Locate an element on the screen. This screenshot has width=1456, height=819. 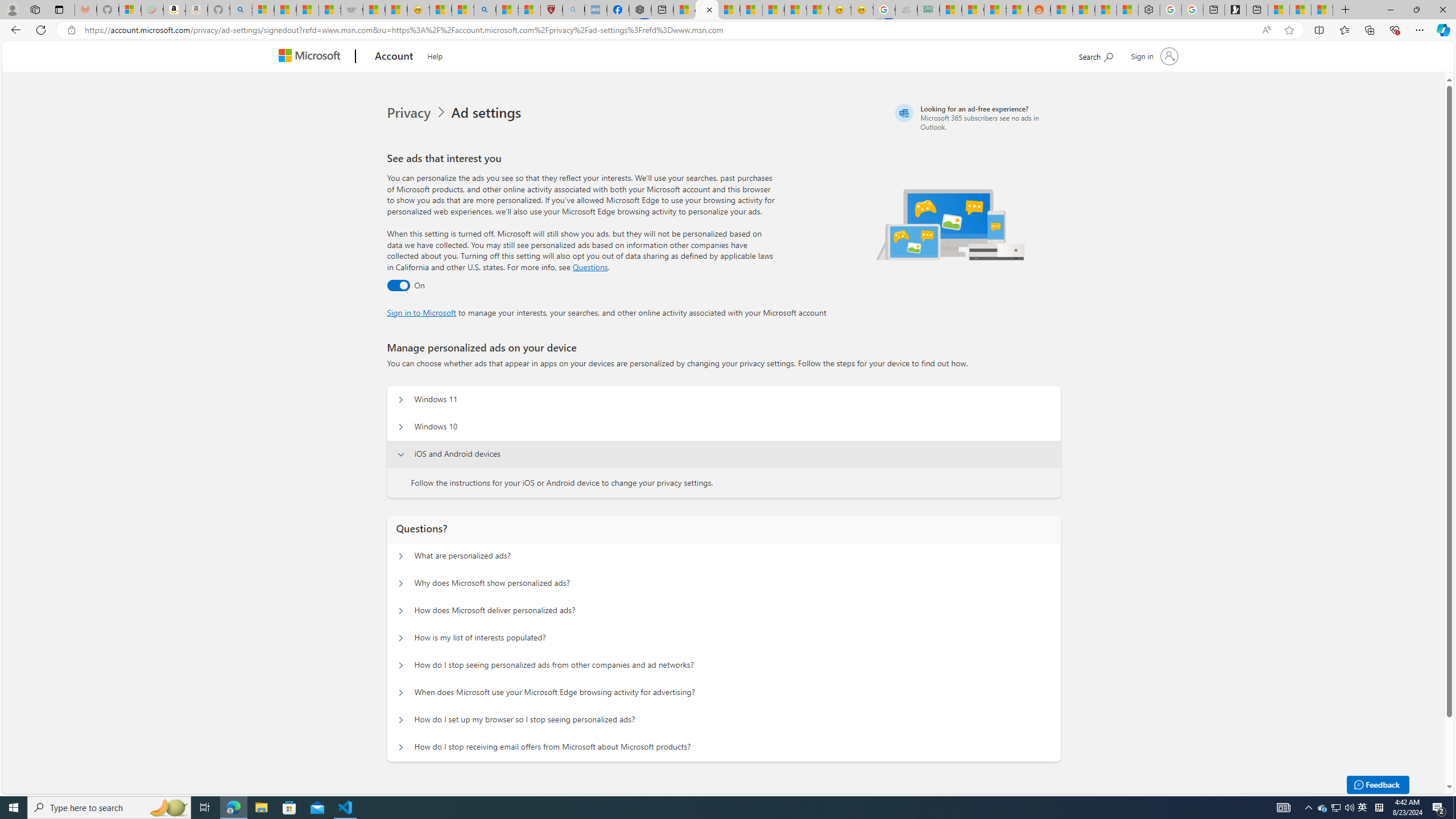
'Close tab' is located at coordinates (709, 9).